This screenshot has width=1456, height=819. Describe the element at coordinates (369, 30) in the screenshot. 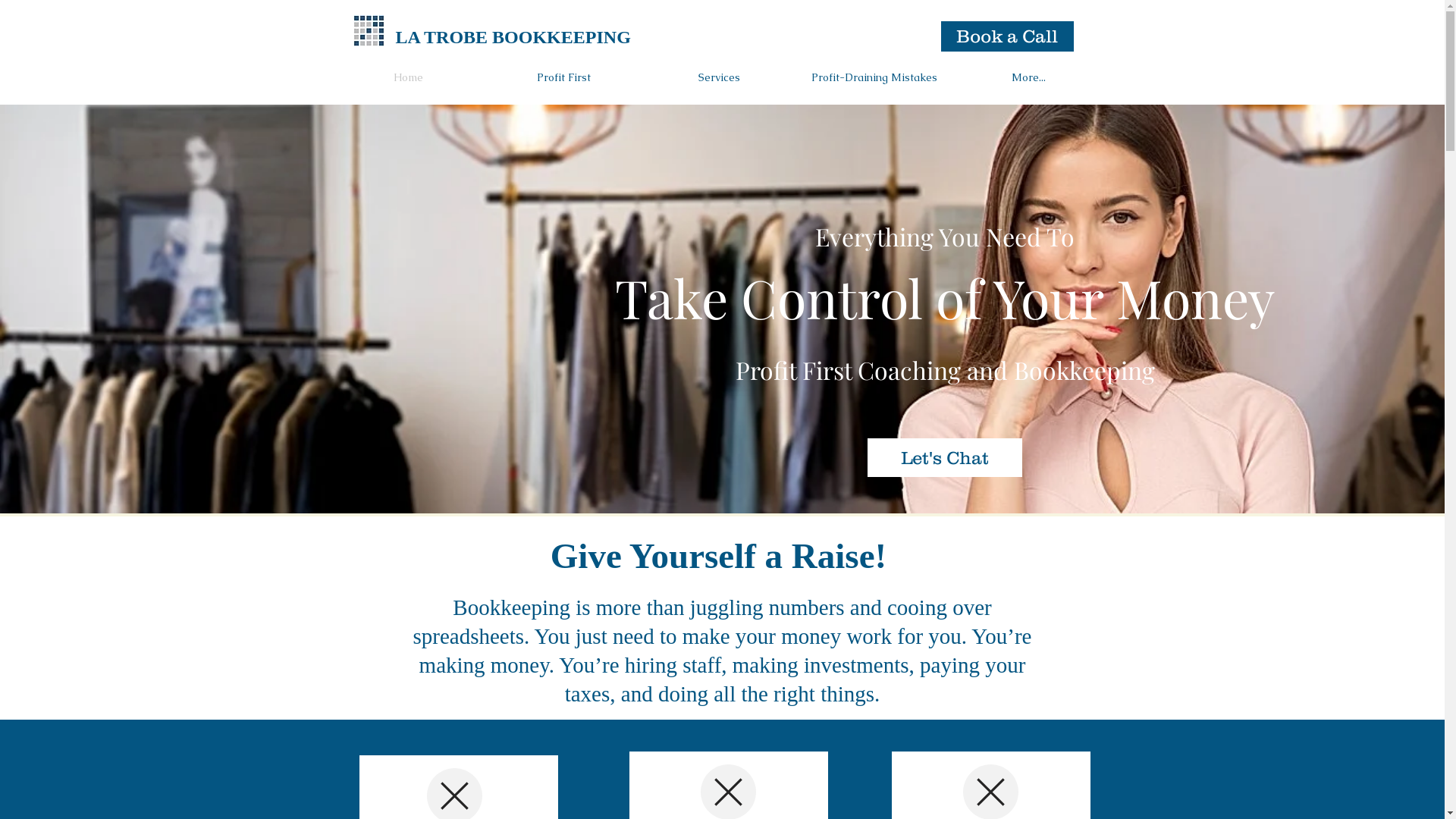

I see `'Bookkeeping Perth'` at that location.